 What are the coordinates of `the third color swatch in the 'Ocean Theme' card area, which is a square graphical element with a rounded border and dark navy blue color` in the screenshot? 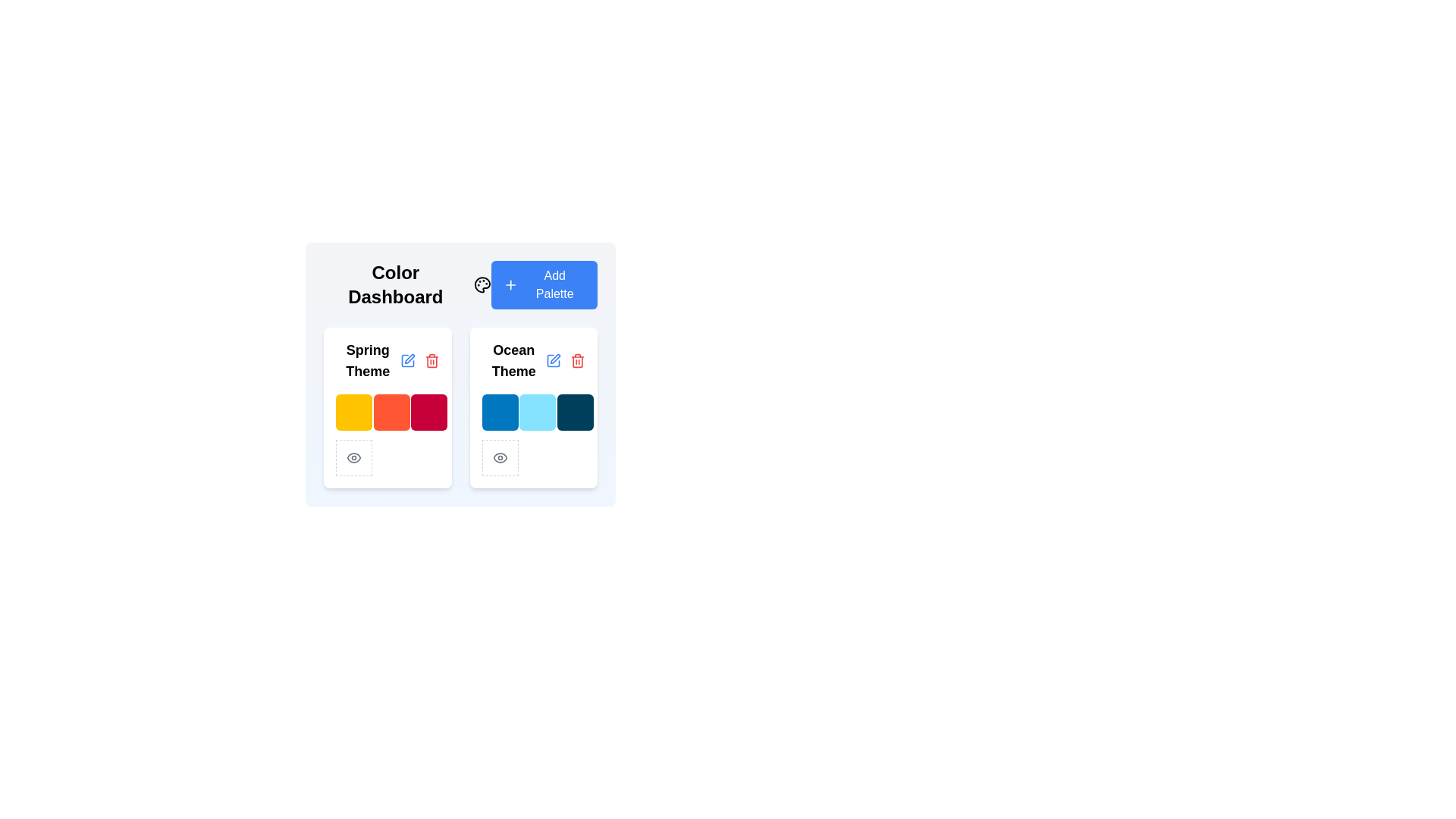 It's located at (574, 412).